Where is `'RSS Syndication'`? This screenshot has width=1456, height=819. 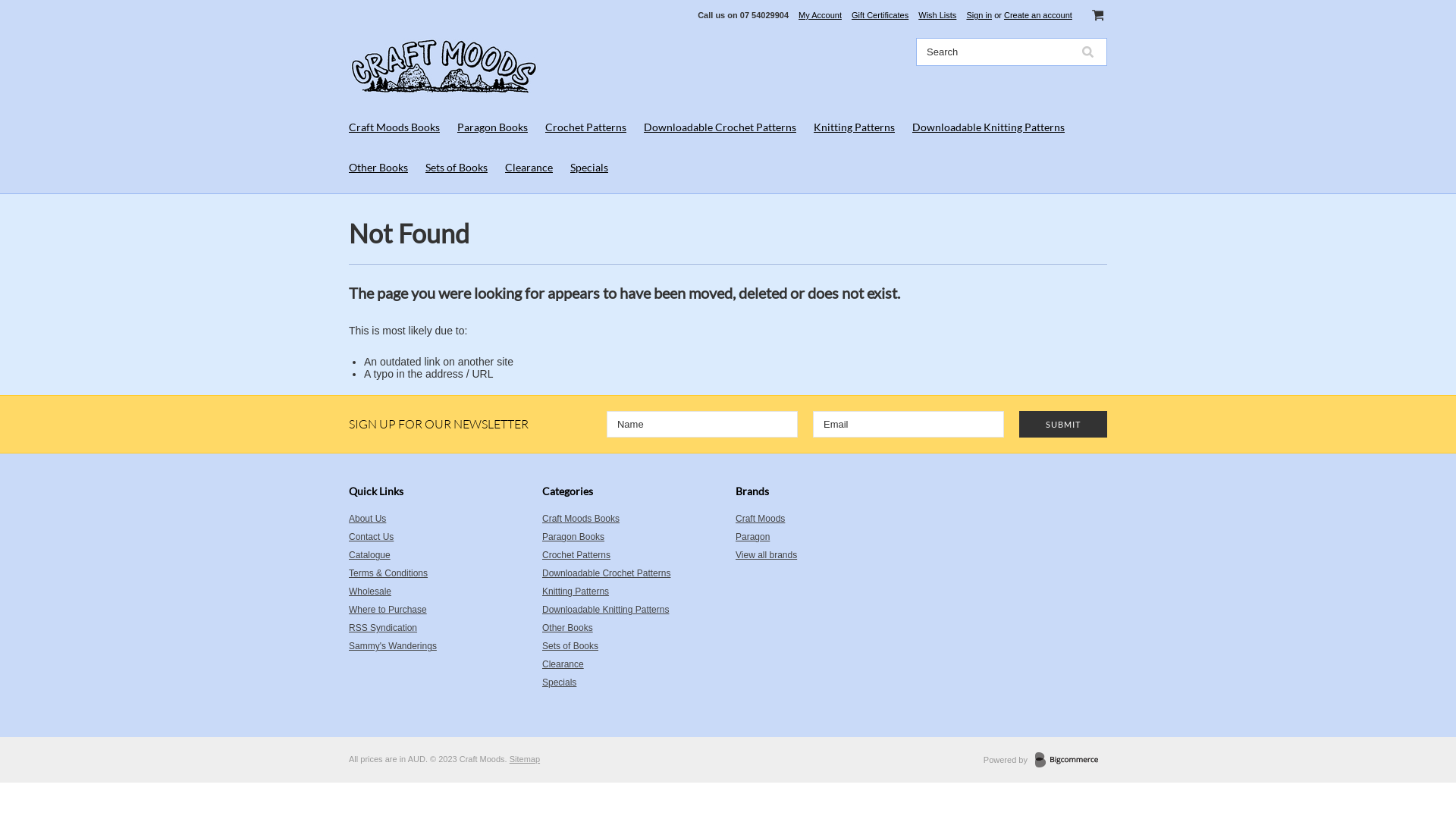
'RSS Syndication' is located at coordinates (348, 628).